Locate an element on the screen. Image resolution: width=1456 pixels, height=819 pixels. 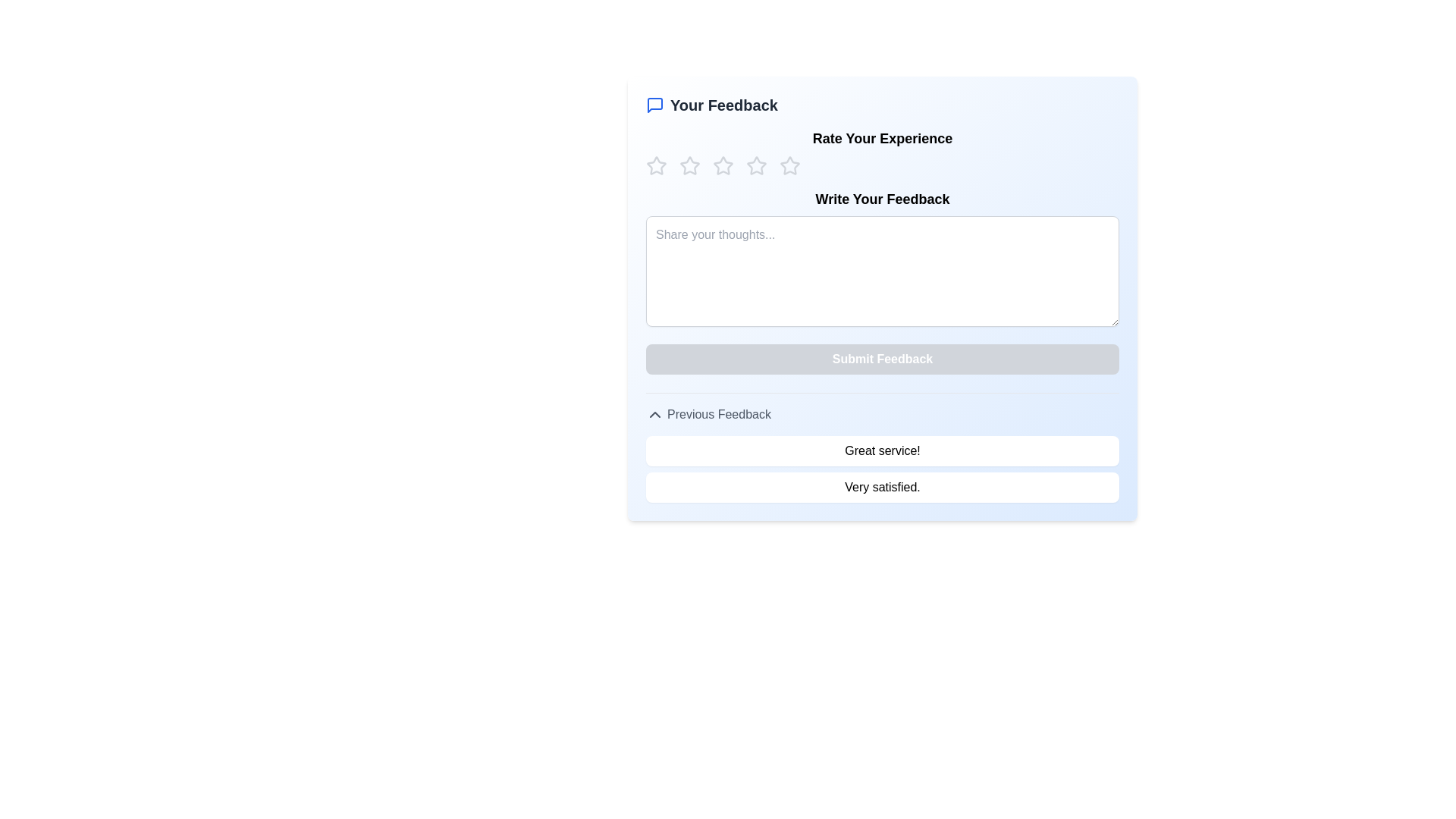
the Chevron or dropdown indicator icon located to the left of the 'Previous Feedback' text, which controls the expand/collapse behavior of the associated section is located at coordinates (655, 415).